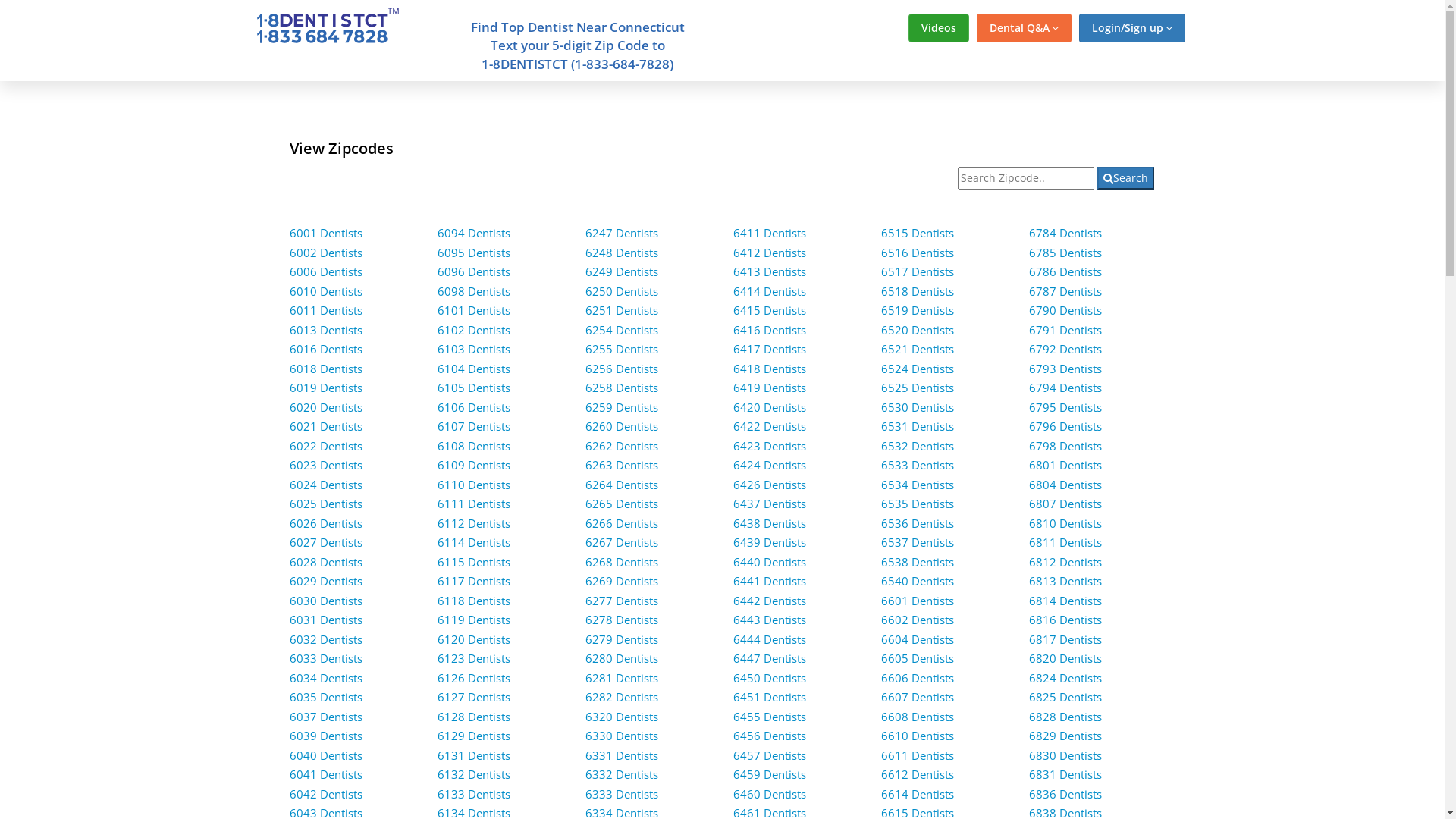 The image size is (1456, 819). Describe the element at coordinates (472, 426) in the screenshot. I see `'6107 Dentists'` at that location.